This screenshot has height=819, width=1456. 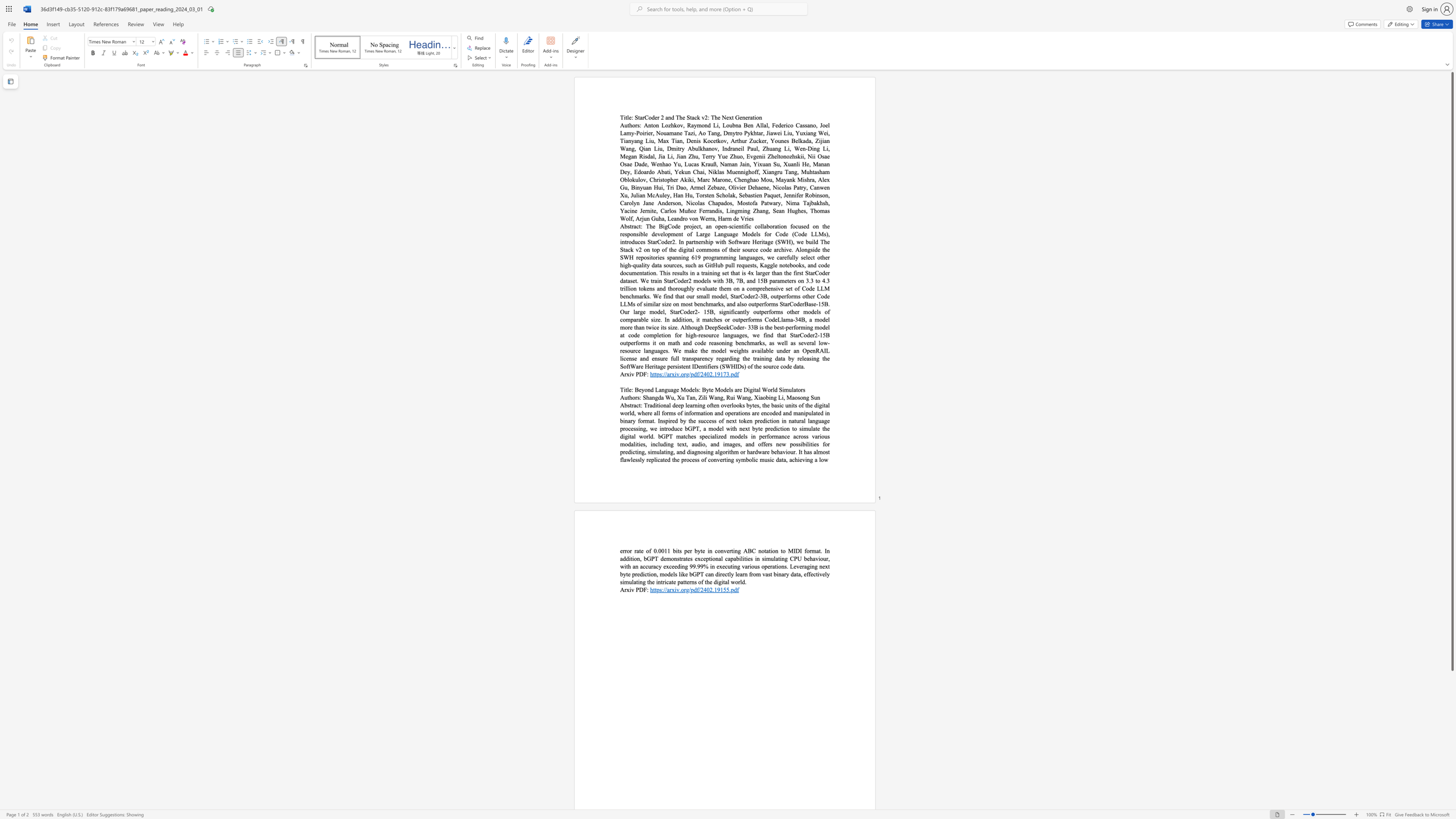 I want to click on the 1th character "n" in the text, so click(x=669, y=117).